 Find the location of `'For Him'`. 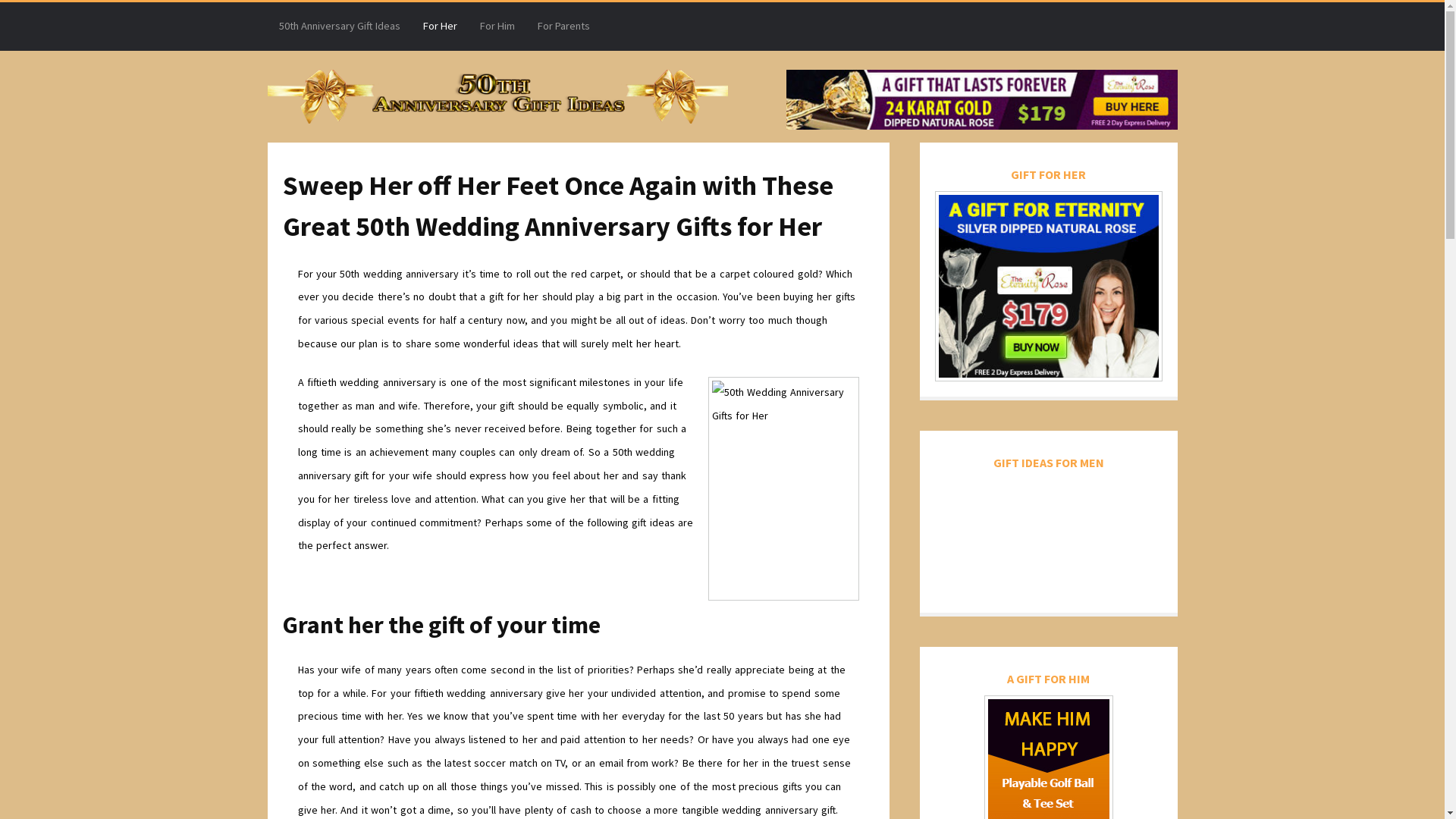

'For Him' is located at coordinates (497, 26).